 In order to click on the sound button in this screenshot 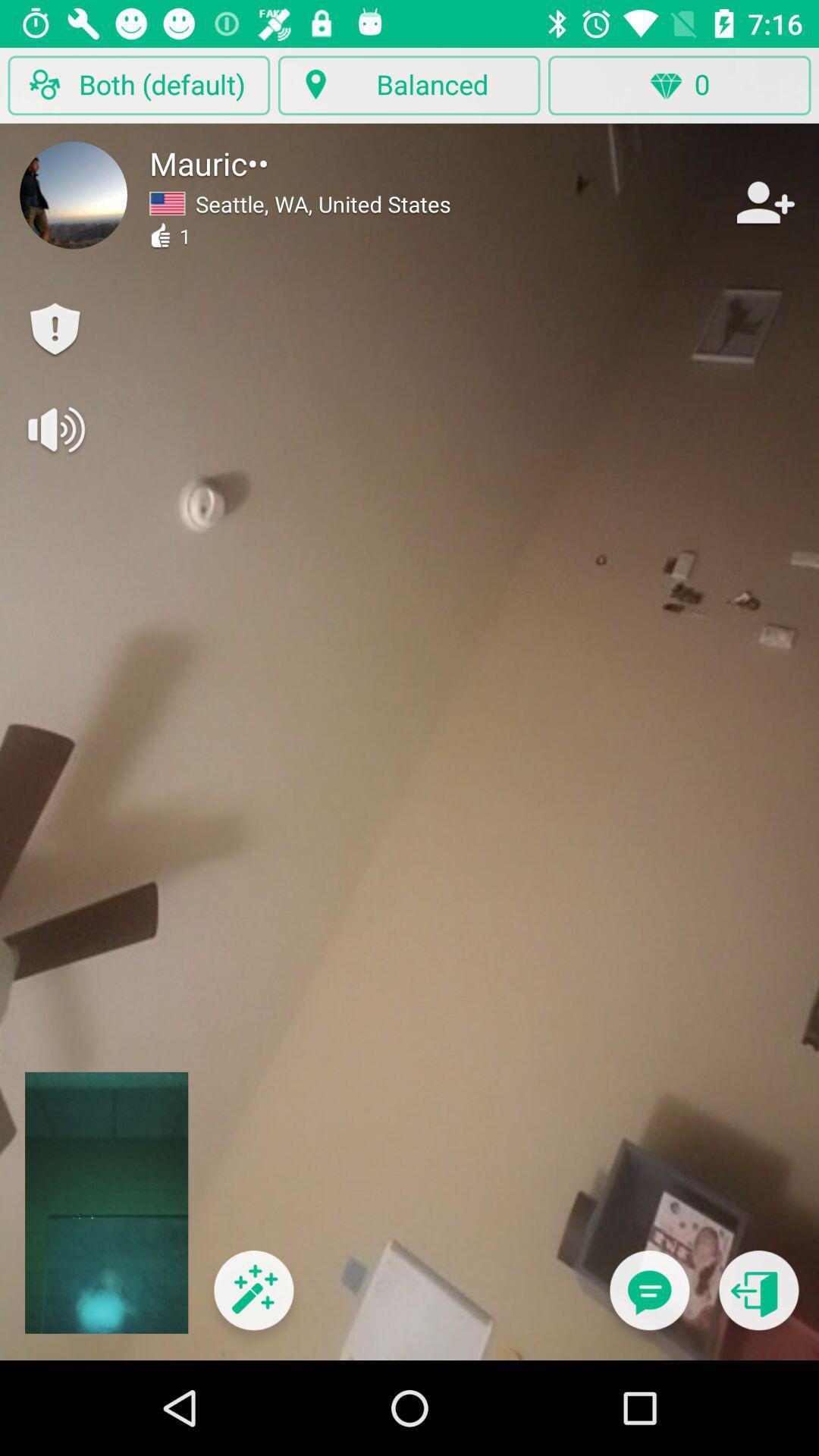, I will do `click(55, 428)`.